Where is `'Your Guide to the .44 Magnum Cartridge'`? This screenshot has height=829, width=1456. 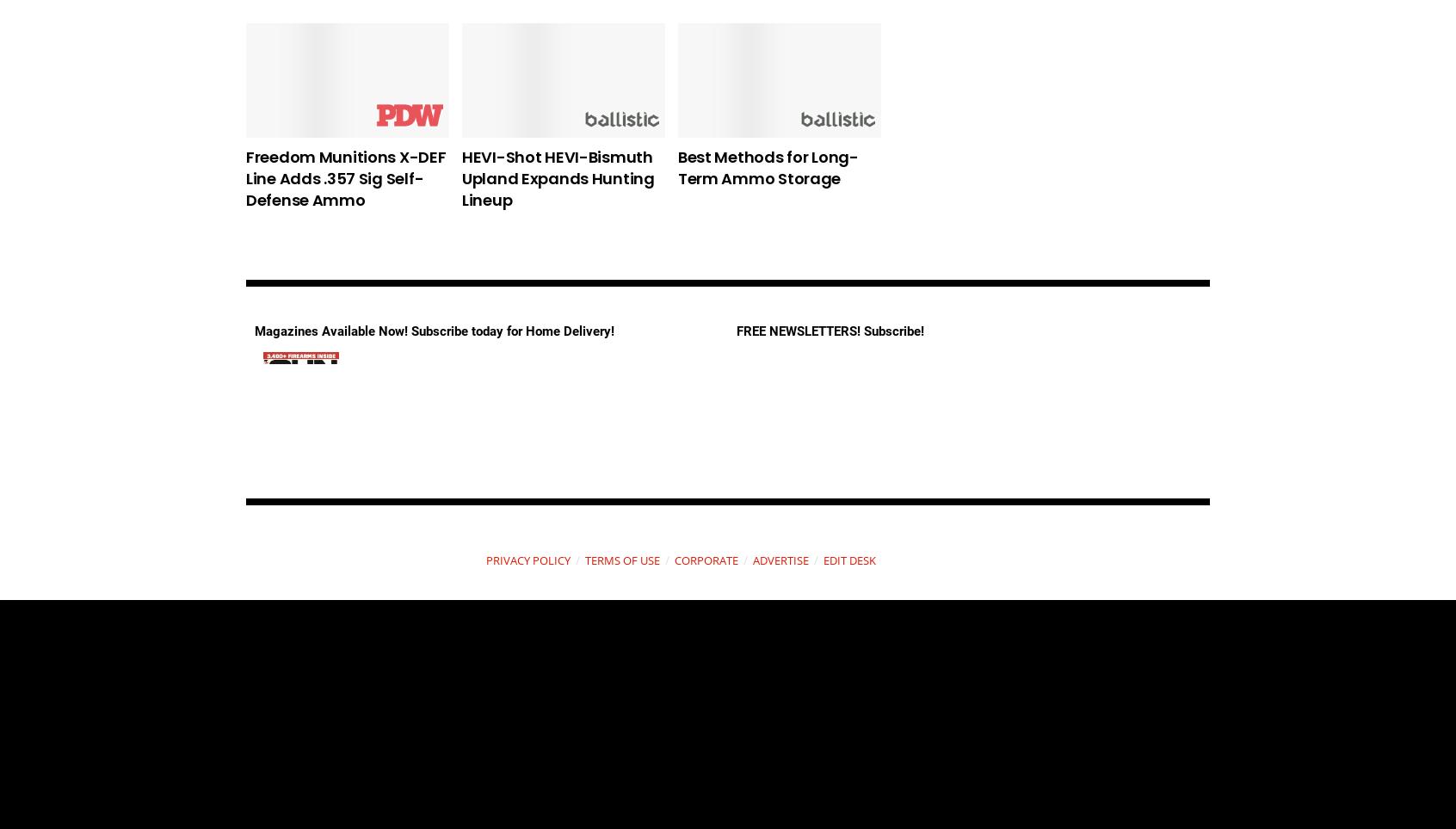 'Your Guide to the .44 Magnum Cartridge' is located at coordinates (1189, 167).